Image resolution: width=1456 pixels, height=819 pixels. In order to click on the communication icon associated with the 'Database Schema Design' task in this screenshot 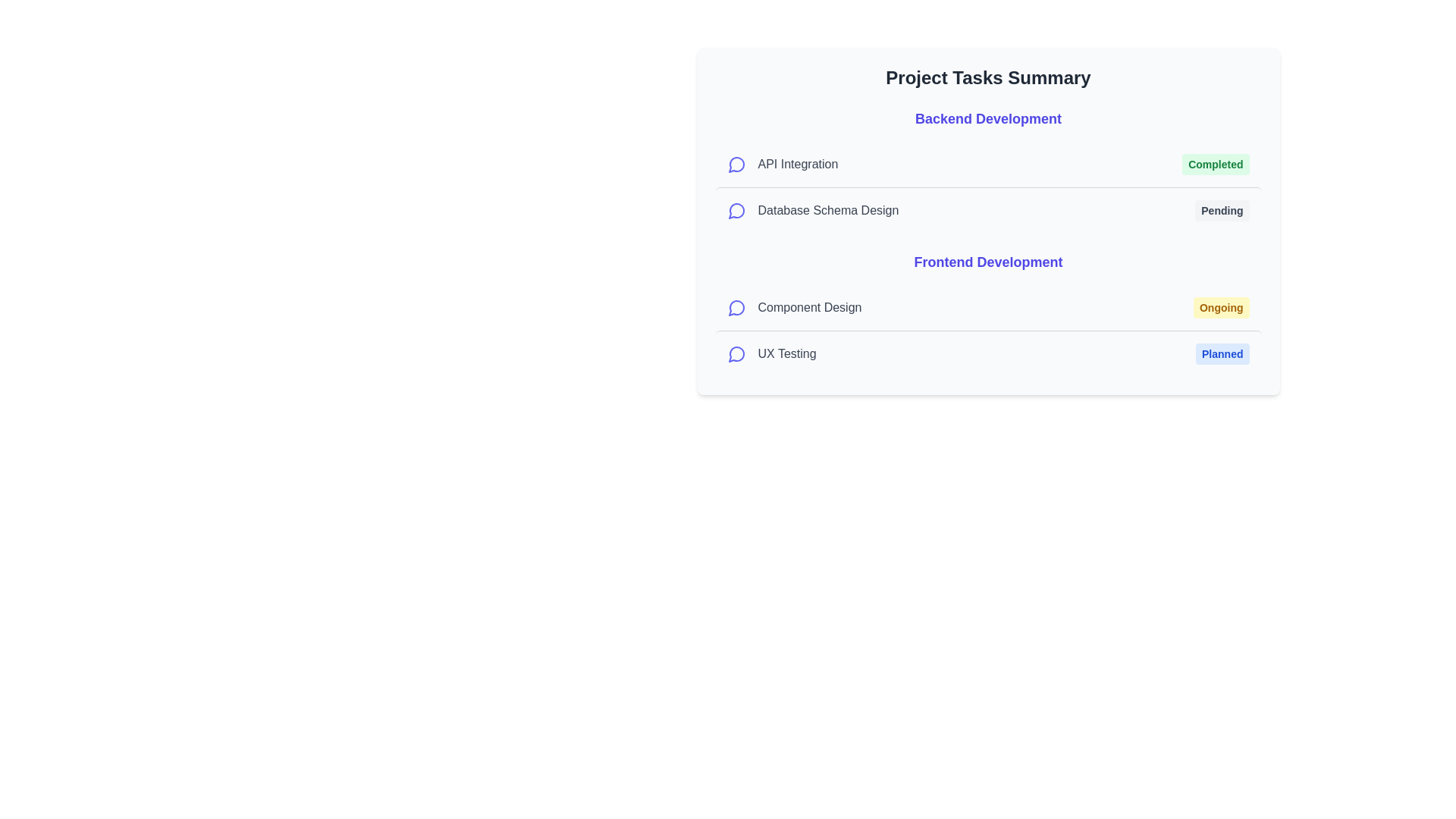, I will do `click(736, 210)`.